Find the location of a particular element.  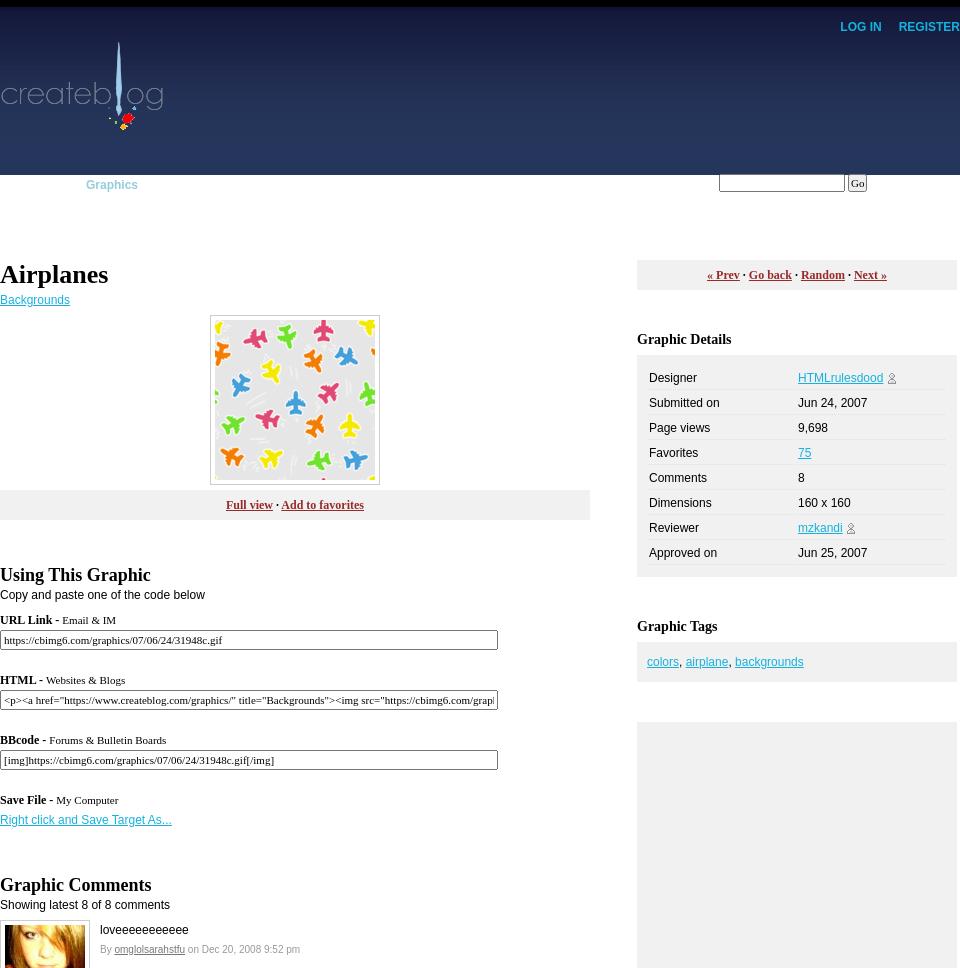

'Right click and Save Target As...' is located at coordinates (0, 819).